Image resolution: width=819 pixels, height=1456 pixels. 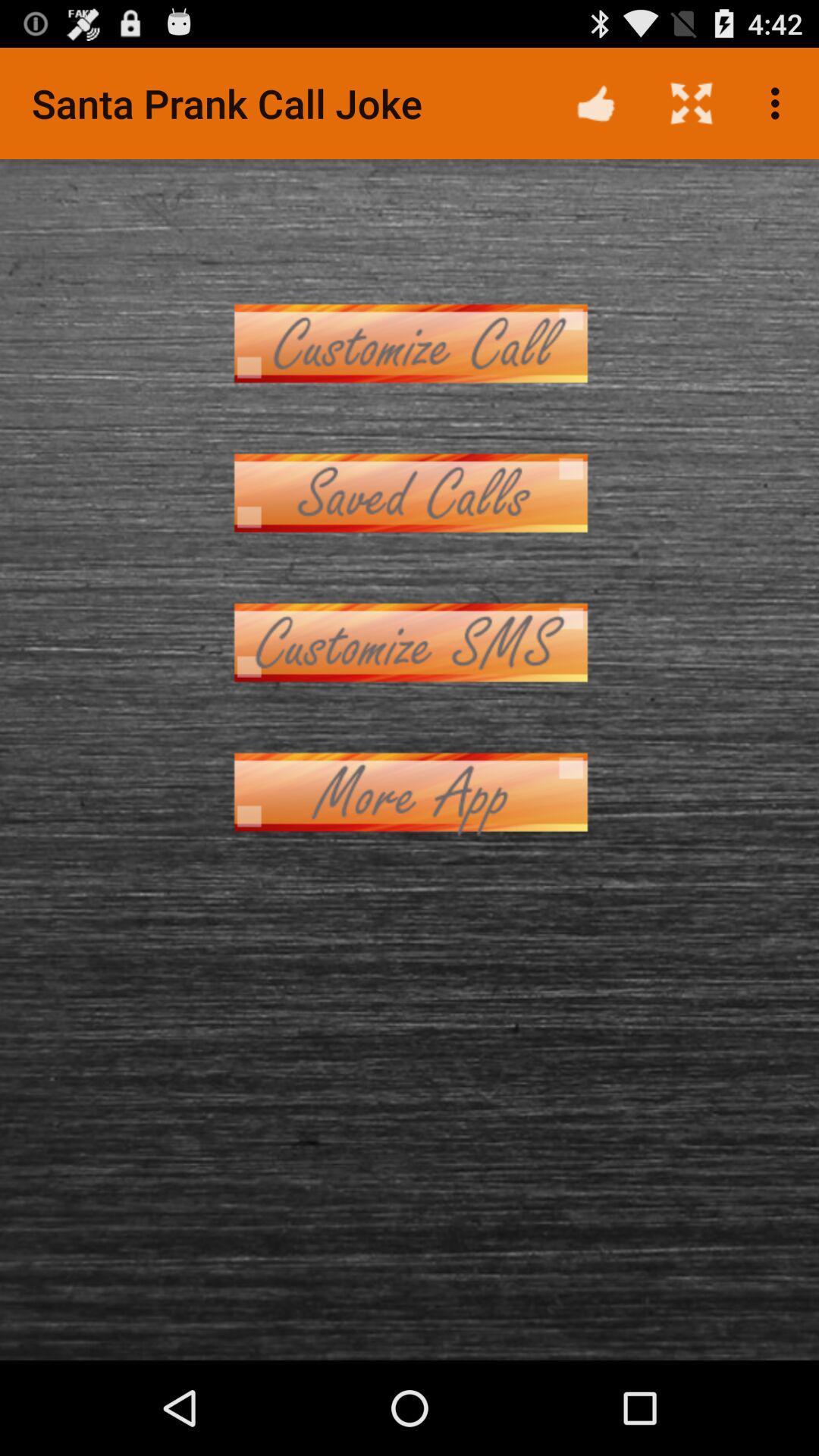 What do you see at coordinates (595, 102) in the screenshot?
I see `app to the right of santa prank call icon` at bounding box center [595, 102].